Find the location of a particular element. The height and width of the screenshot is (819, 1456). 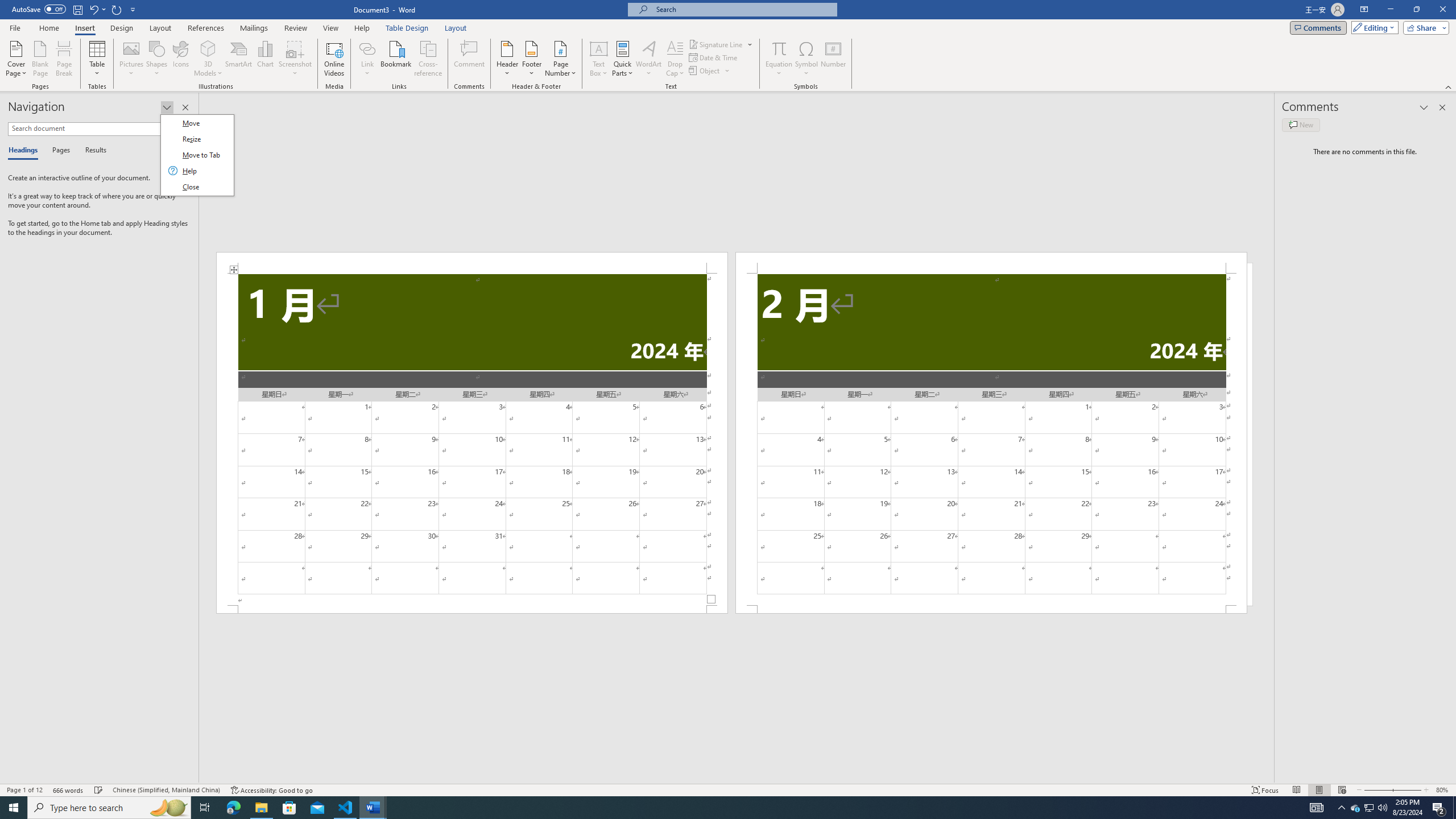

'Type here to search' is located at coordinates (109, 806).